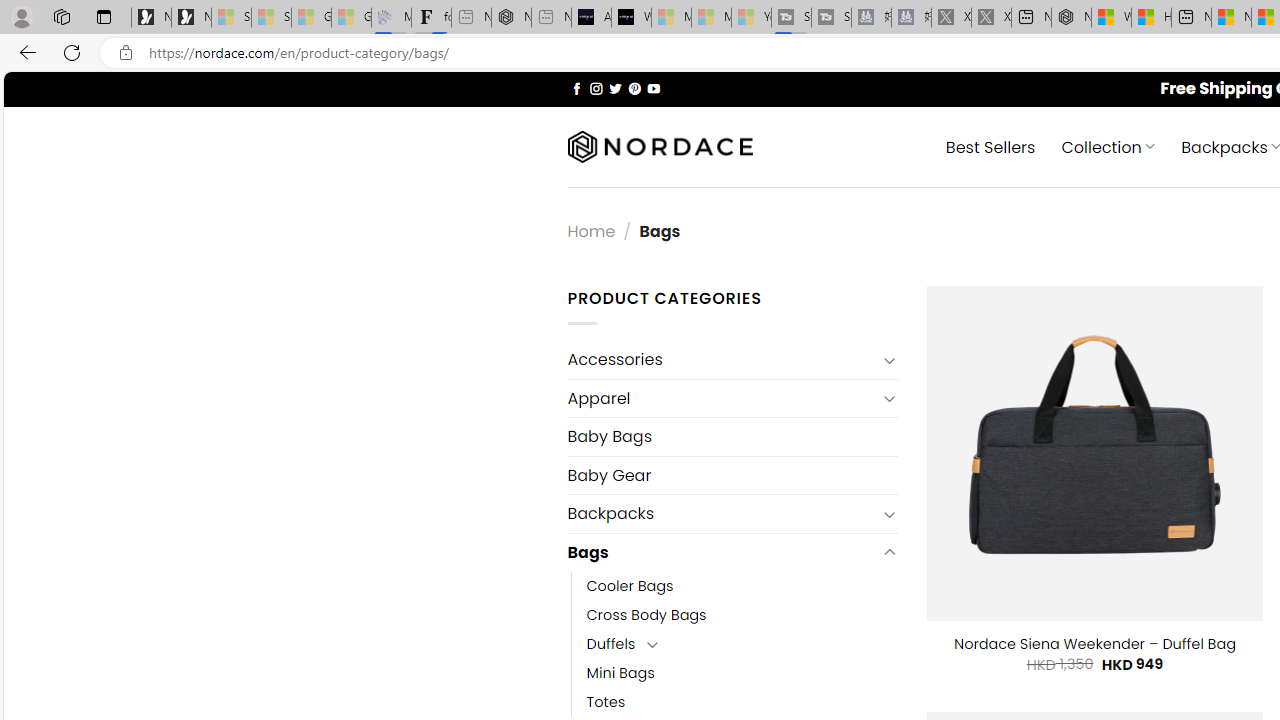  I want to click on 'Nordace', so click(659, 146).